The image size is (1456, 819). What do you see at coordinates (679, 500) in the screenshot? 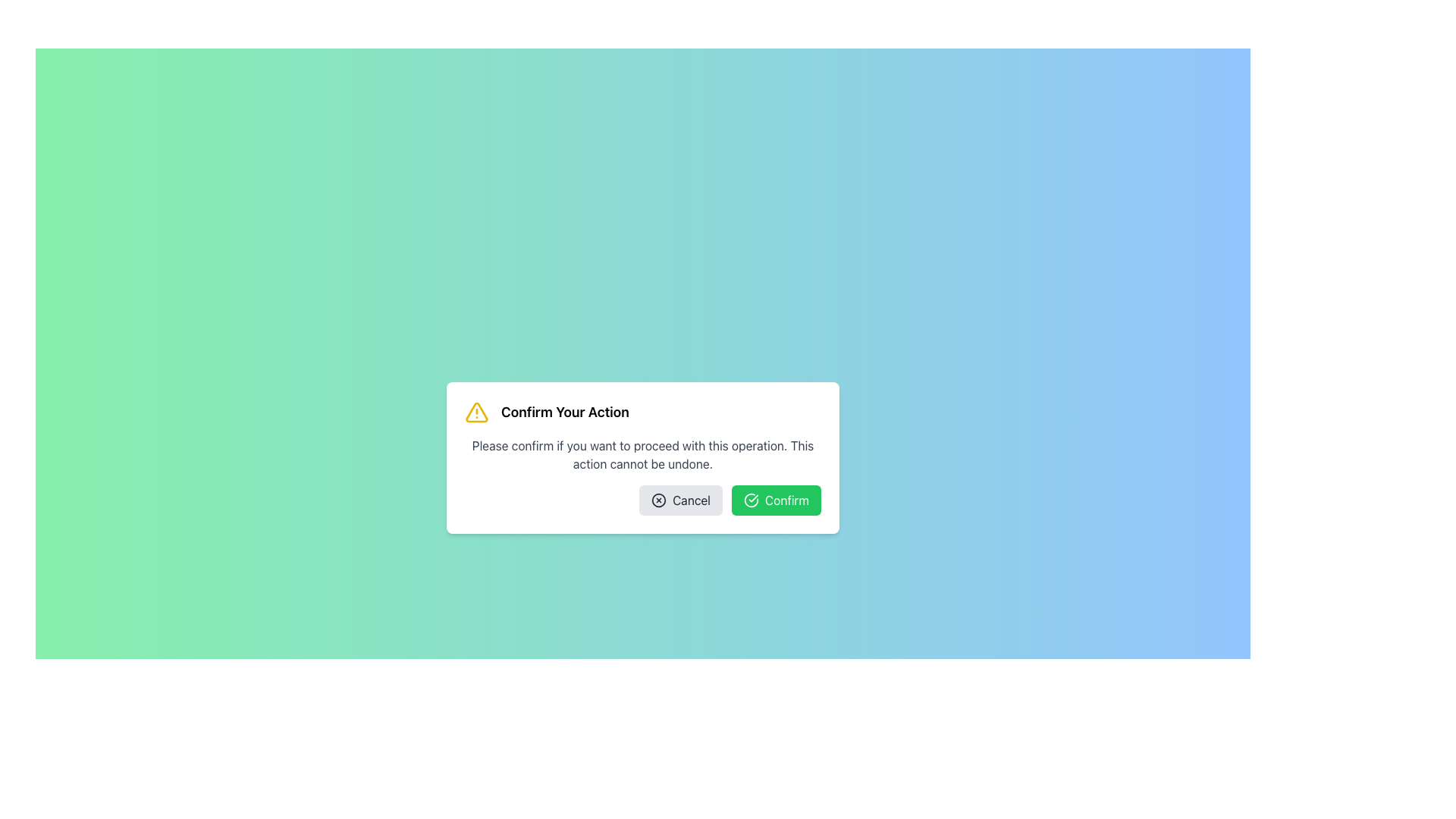
I see `the 'Cancel' button located in the bottom right area of the modal dialog box to abort the current operation without making changes` at bounding box center [679, 500].